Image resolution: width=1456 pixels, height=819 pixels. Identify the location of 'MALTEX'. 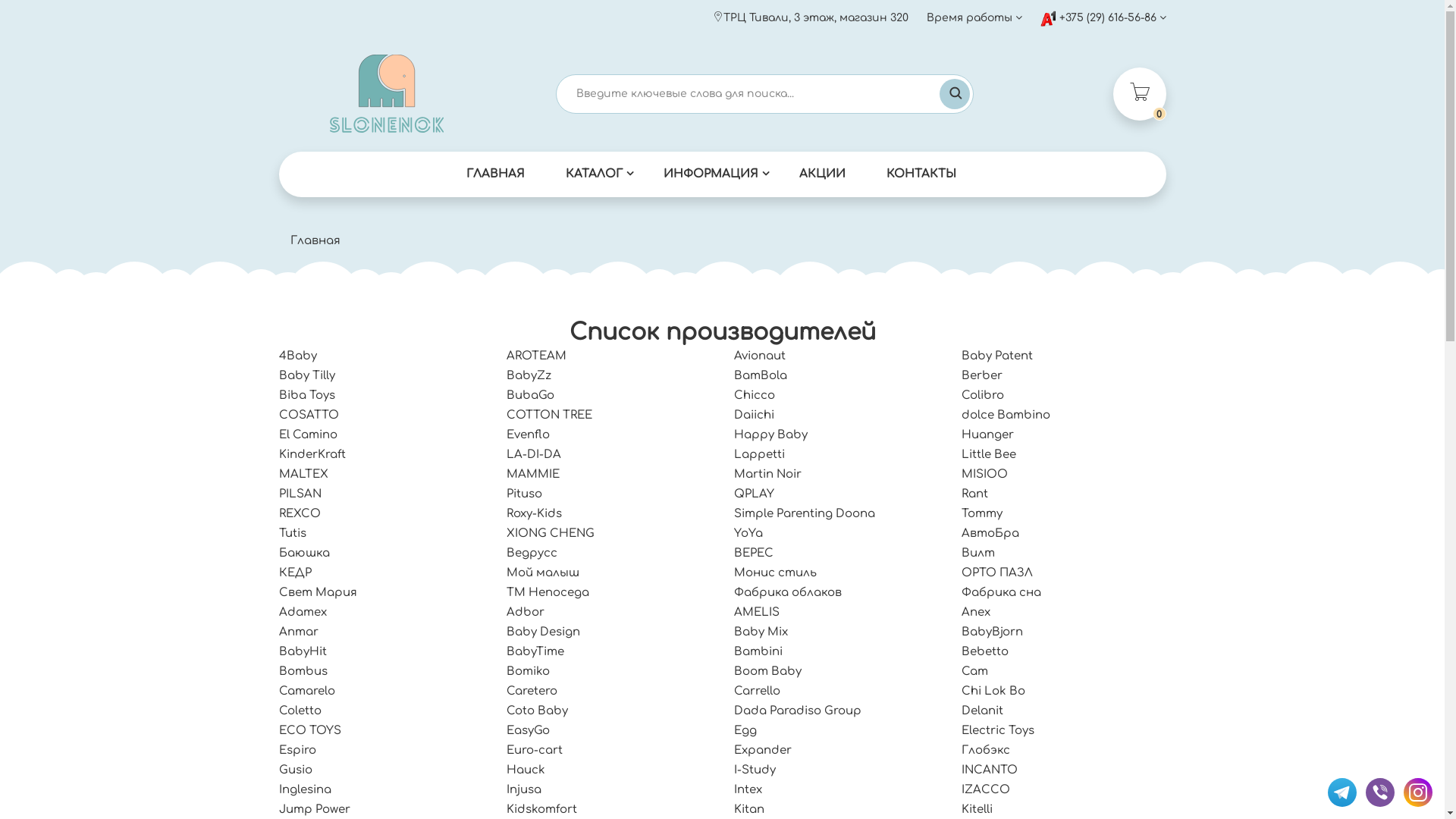
(303, 473).